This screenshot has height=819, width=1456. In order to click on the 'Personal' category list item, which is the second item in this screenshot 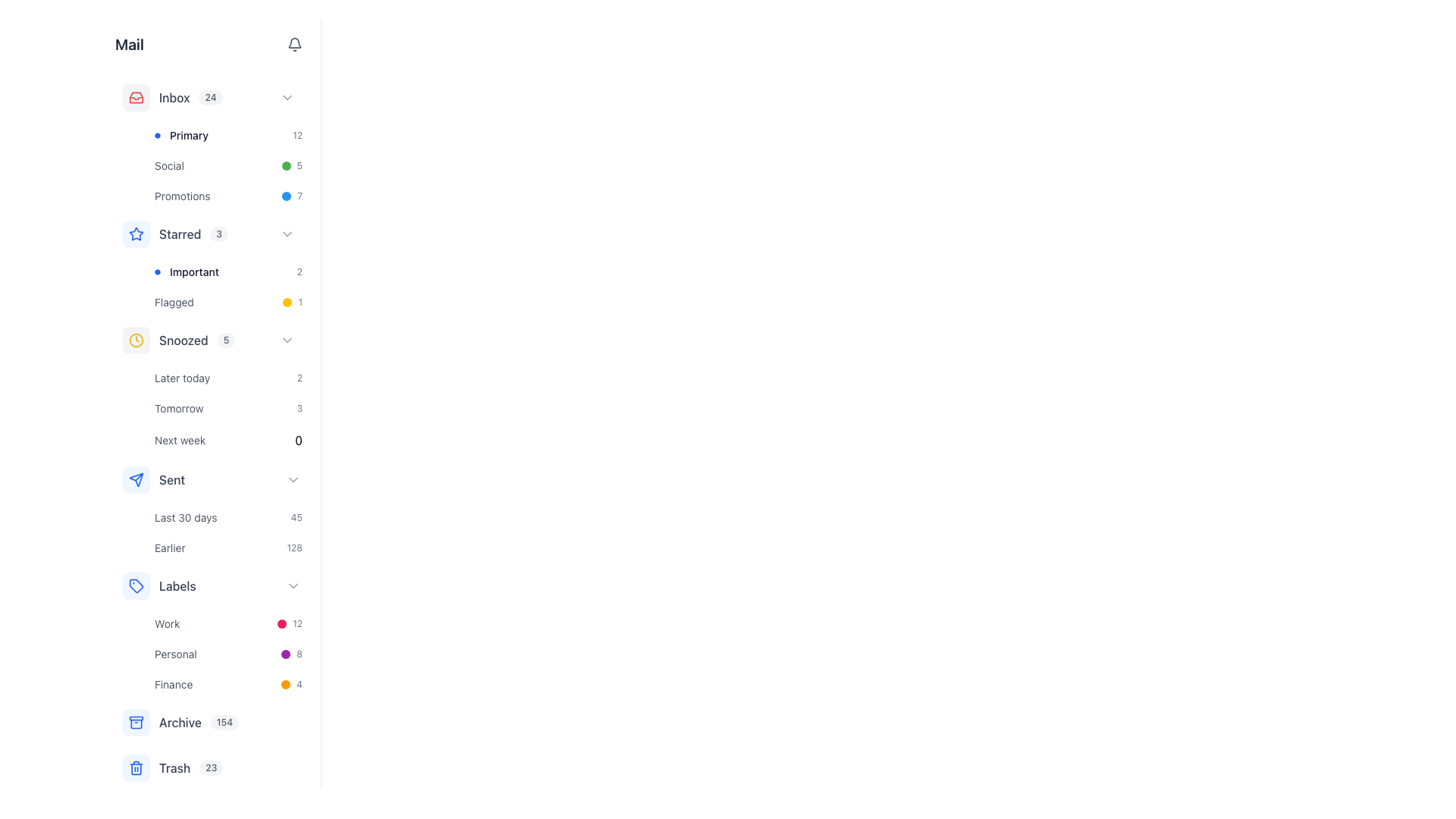, I will do `click(227, 654)`.